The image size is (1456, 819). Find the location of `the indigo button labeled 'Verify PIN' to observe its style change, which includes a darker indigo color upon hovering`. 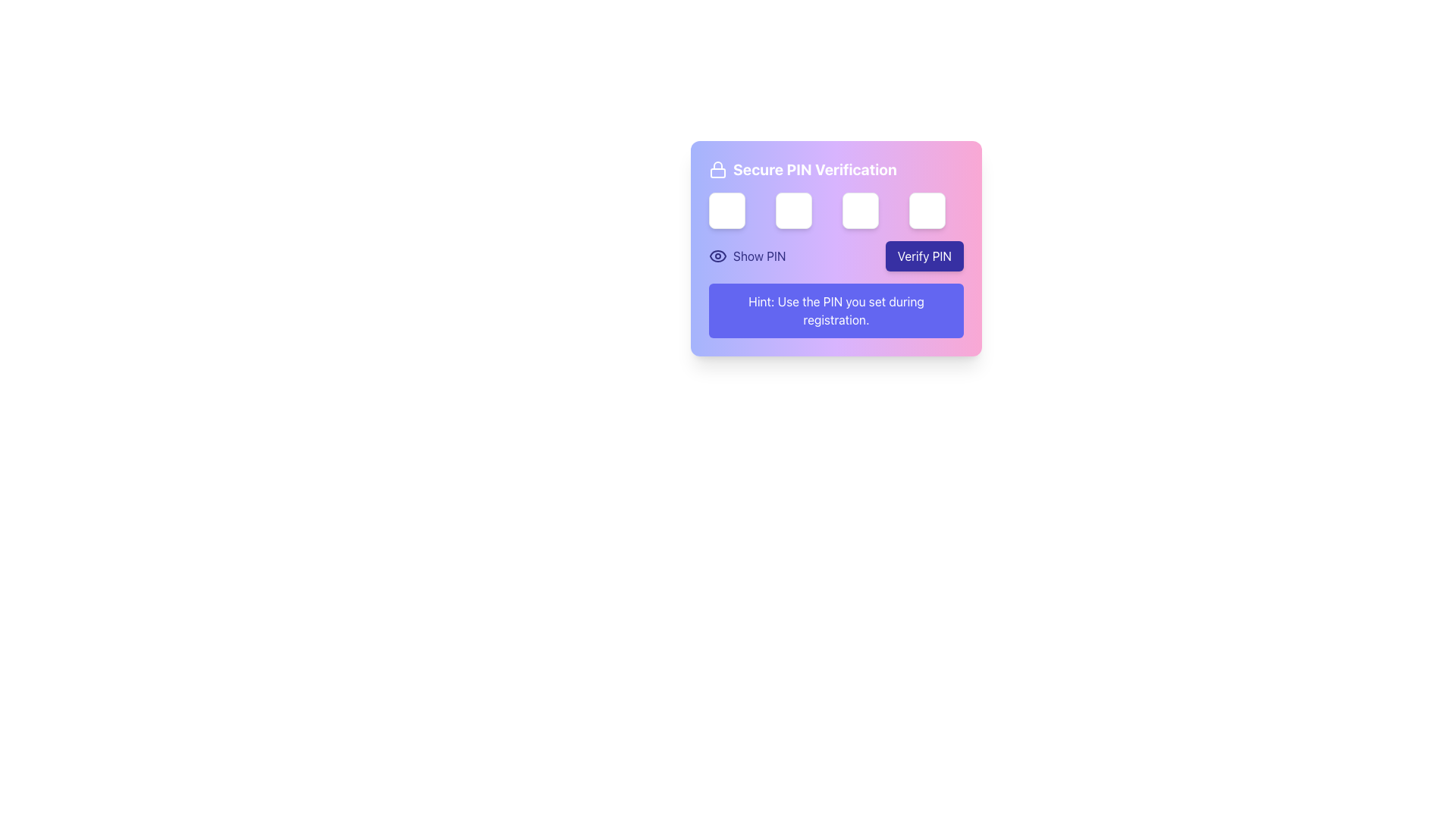

the indigo button labeled 'Verify PIN' to observe its style change, which includes a darker indigo color upon hovering is located at coordinates (924, 256).